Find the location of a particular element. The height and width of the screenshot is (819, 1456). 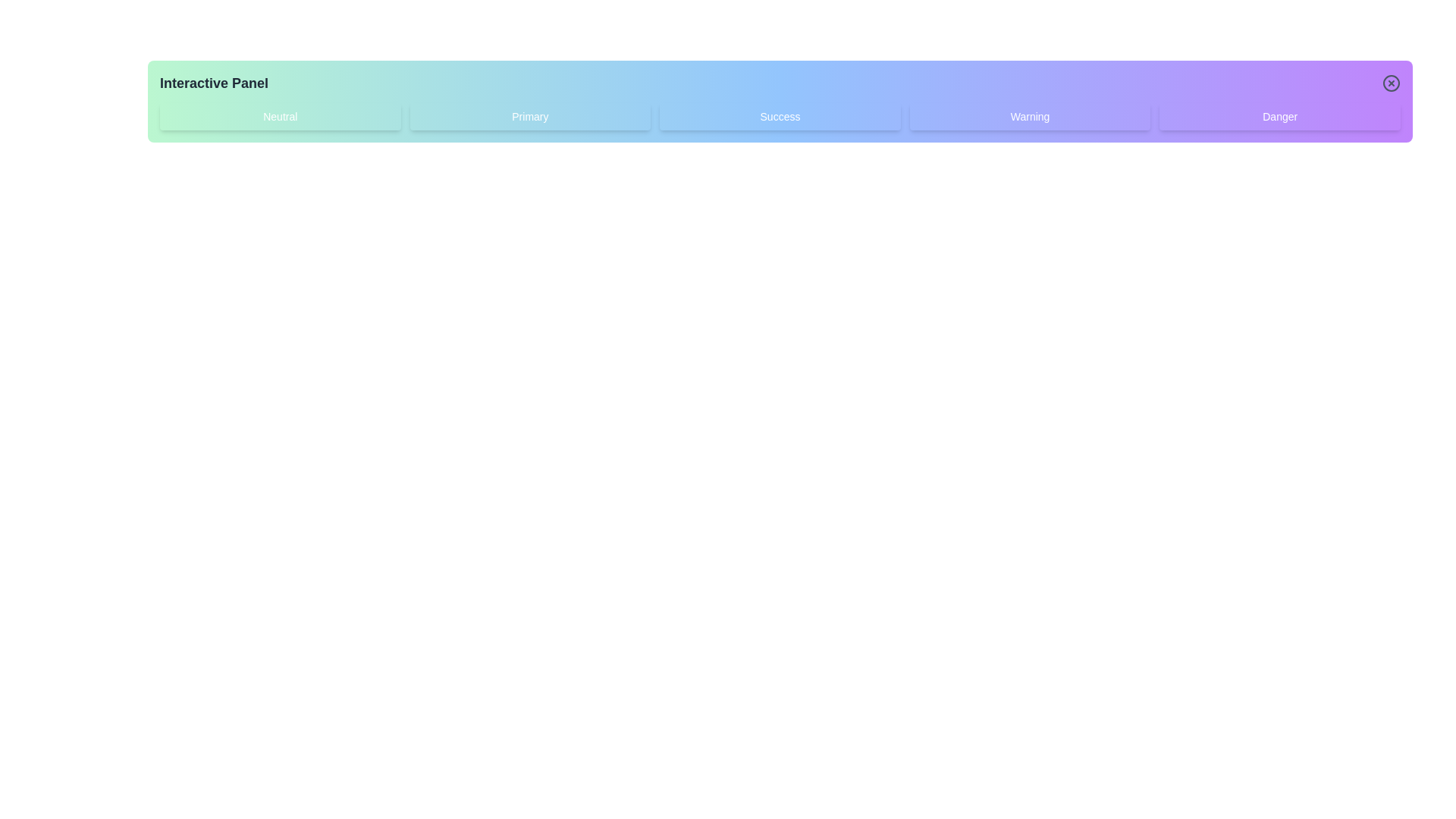

the small circular gray button with a cross (X) inside, located at the far-right edge of the 'Interactive Panel' is located at coordinates (1391, 83).